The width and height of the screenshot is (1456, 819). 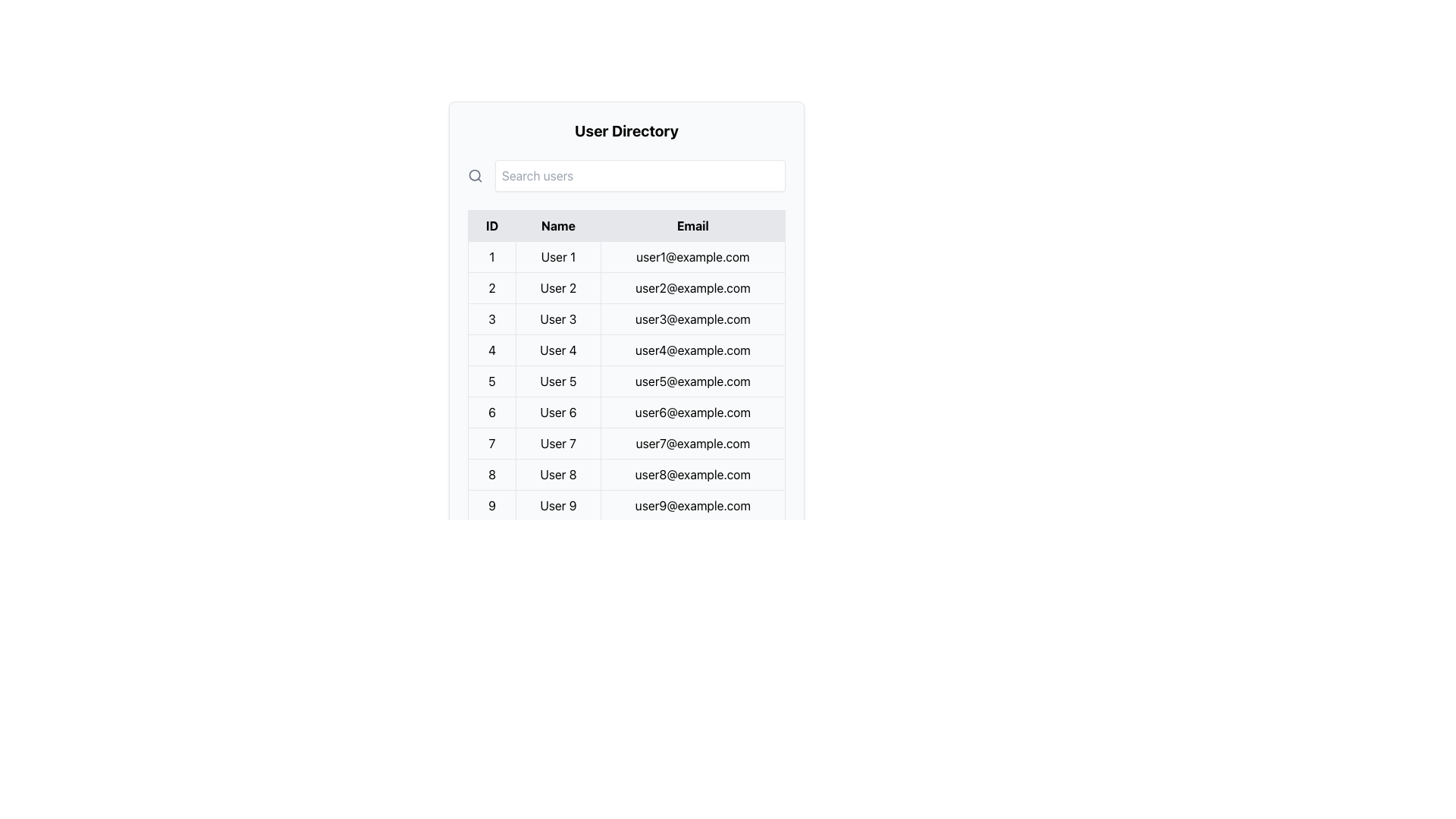 What do you see at coordinates (491, 225) in the screenshot?
I see `text of the table header cell that indicates the first column contains IDs` at bounding box center [491, 225].